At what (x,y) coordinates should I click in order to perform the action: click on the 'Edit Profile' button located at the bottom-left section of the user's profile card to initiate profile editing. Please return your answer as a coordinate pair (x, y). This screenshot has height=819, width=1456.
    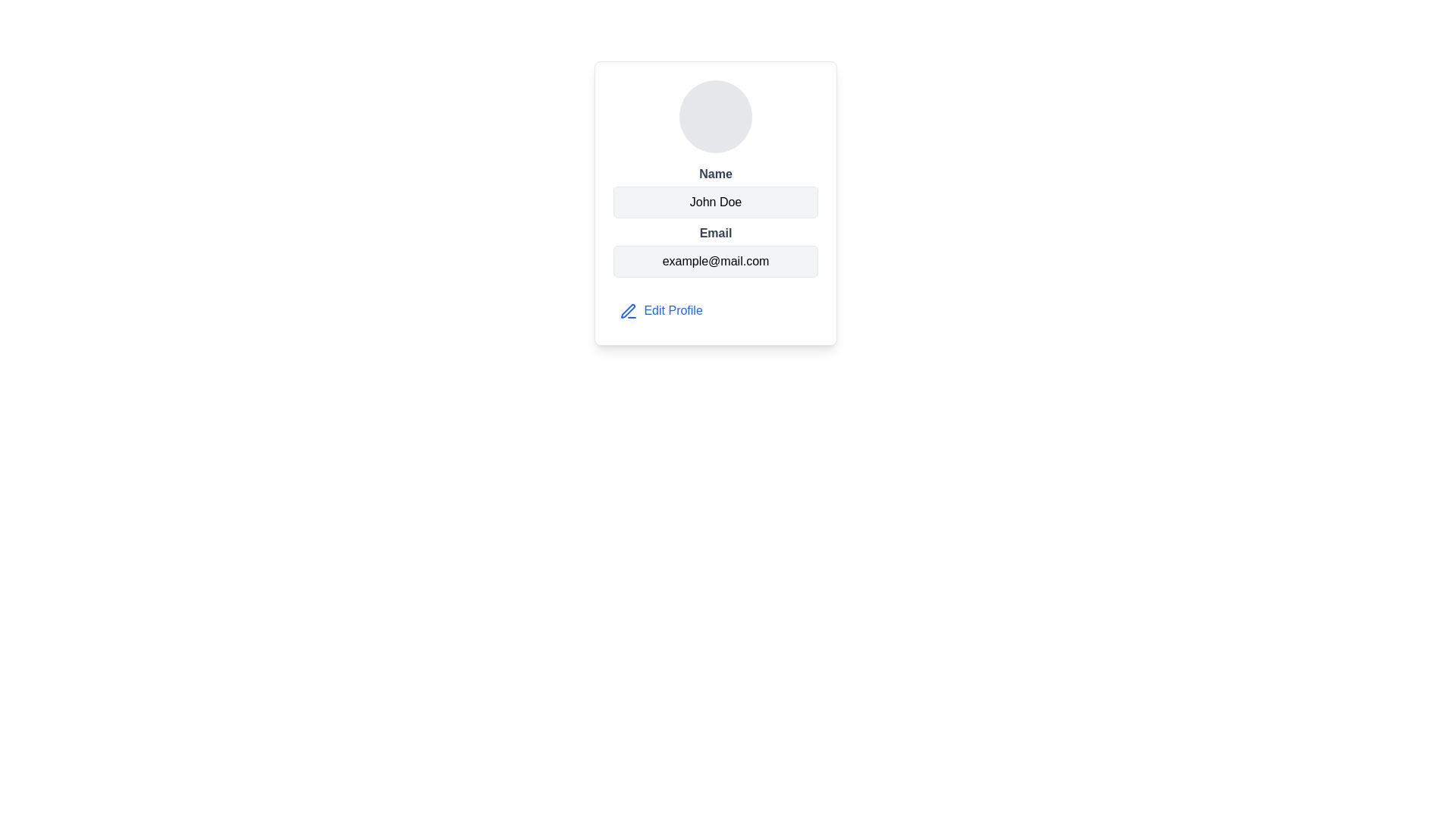
    Looking at the image, I should click on (661, 310).